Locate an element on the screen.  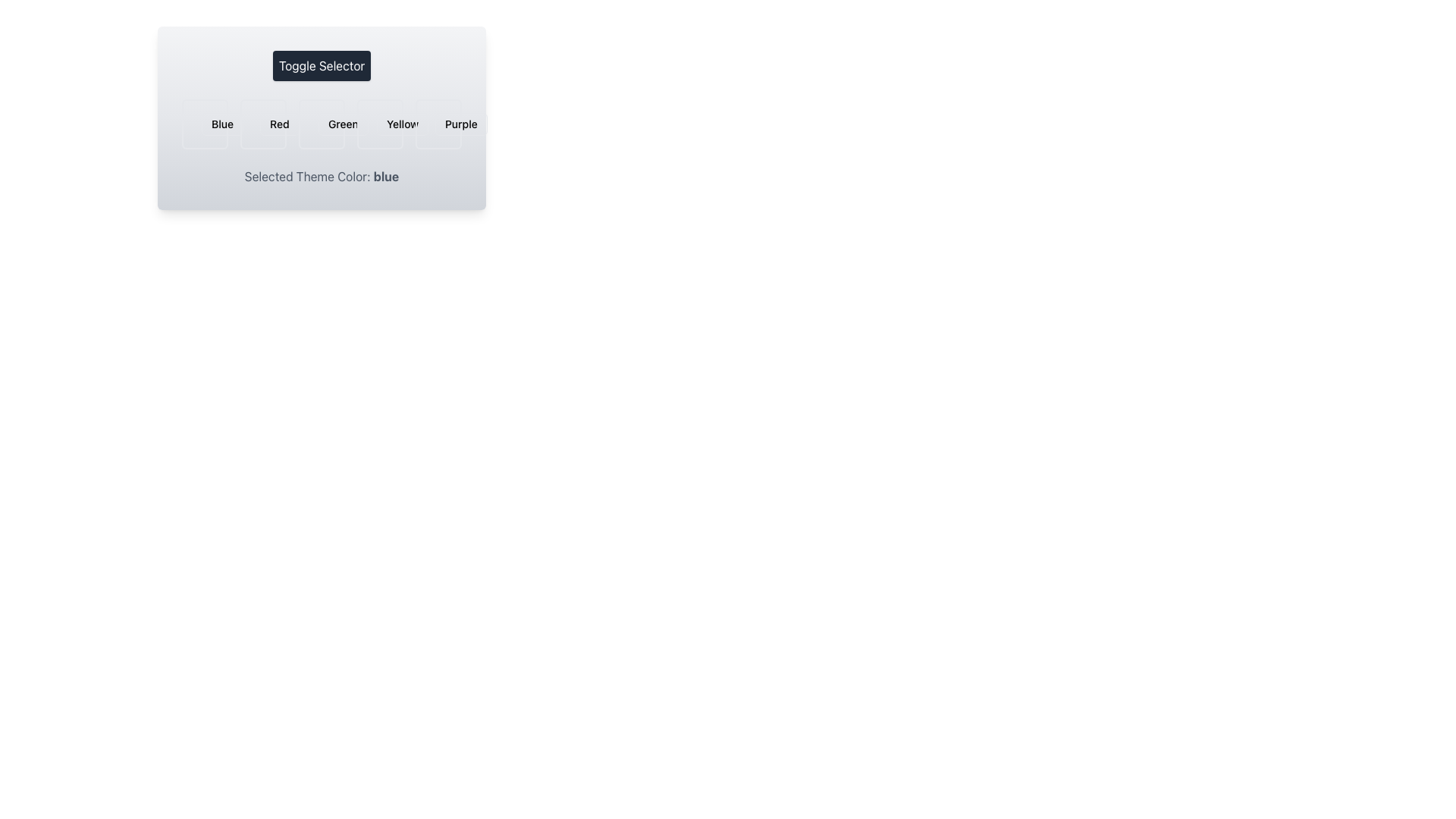
on the 'Blue' selectable button, which is a rectangular button with rounded corners, light blue background, and a blue border, located in the first position of the color options grid is located at coordinates (204, 124).